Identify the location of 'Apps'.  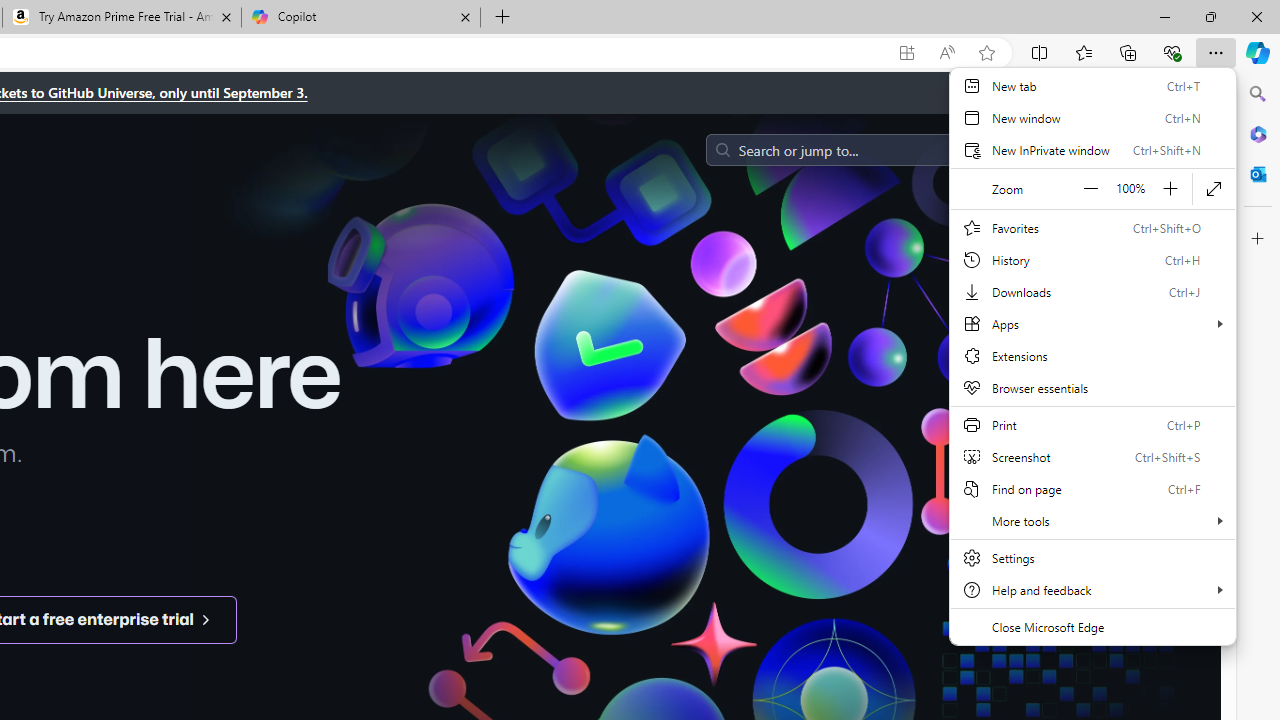
(1092, 323).